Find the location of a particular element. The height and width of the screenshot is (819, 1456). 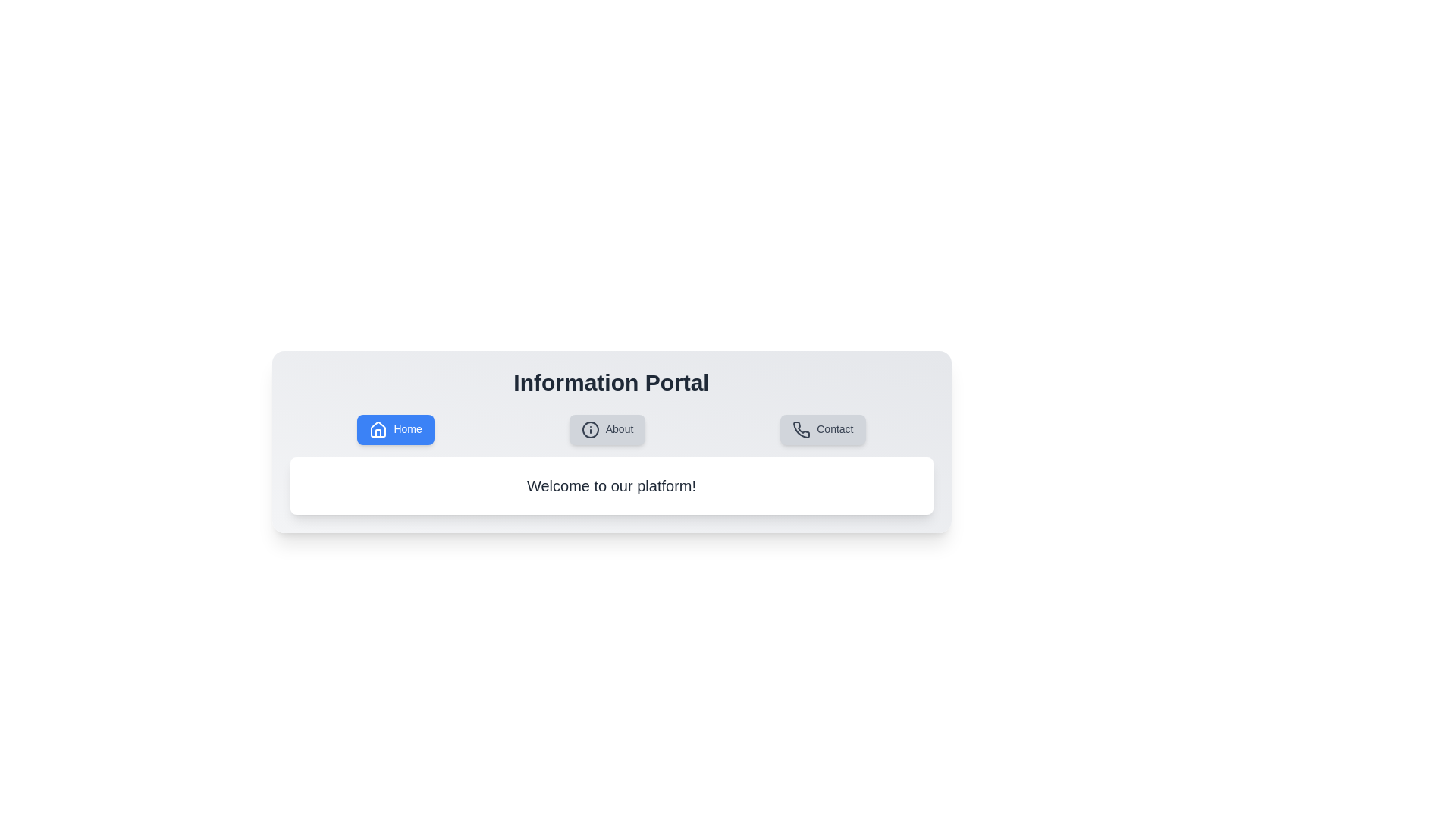

the 'About' button, which is a rectangular button with a rounded border and a gray background is located at coordinates (607, 430).